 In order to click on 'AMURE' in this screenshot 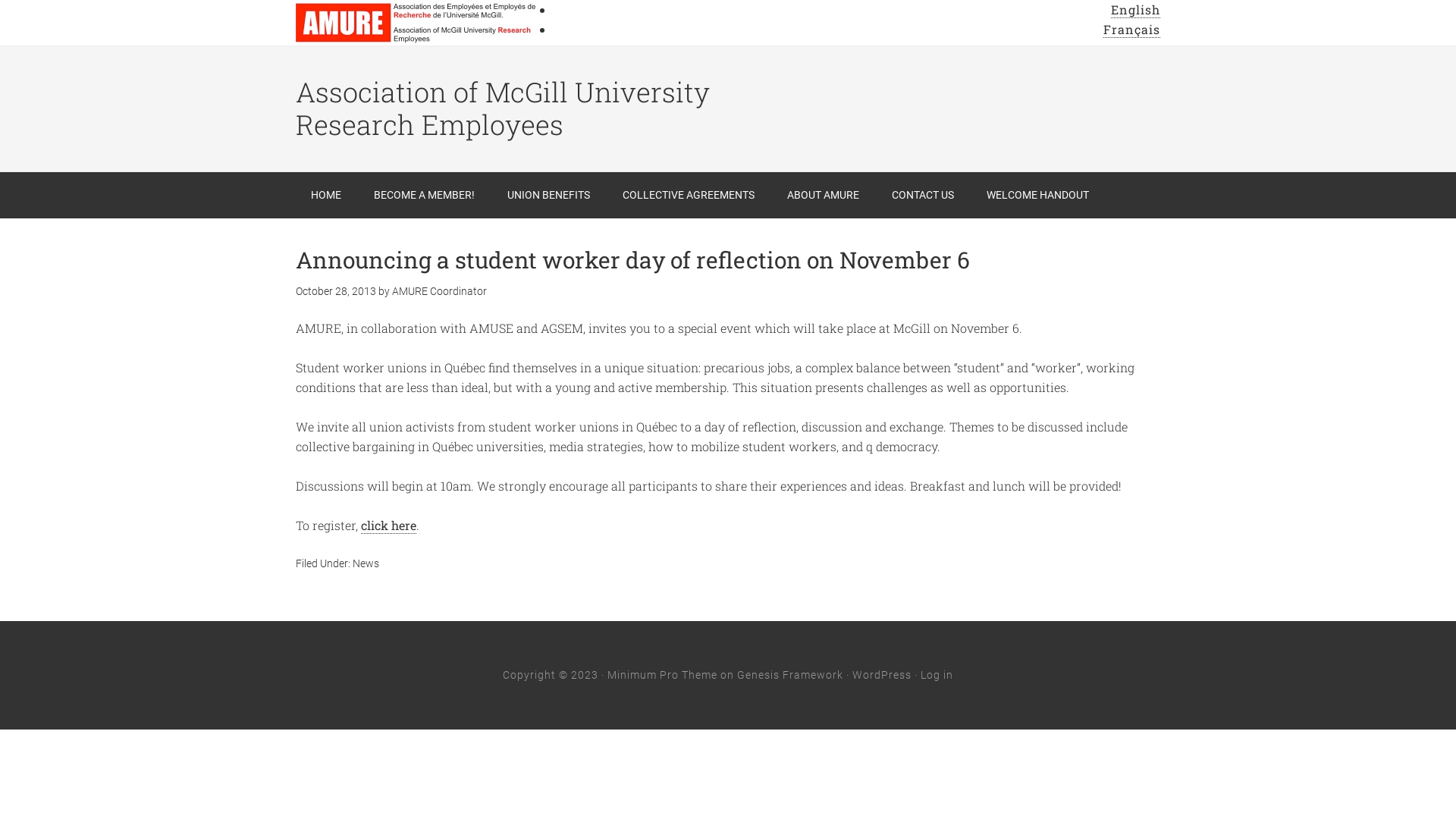, I will do `click(417, 23)`.